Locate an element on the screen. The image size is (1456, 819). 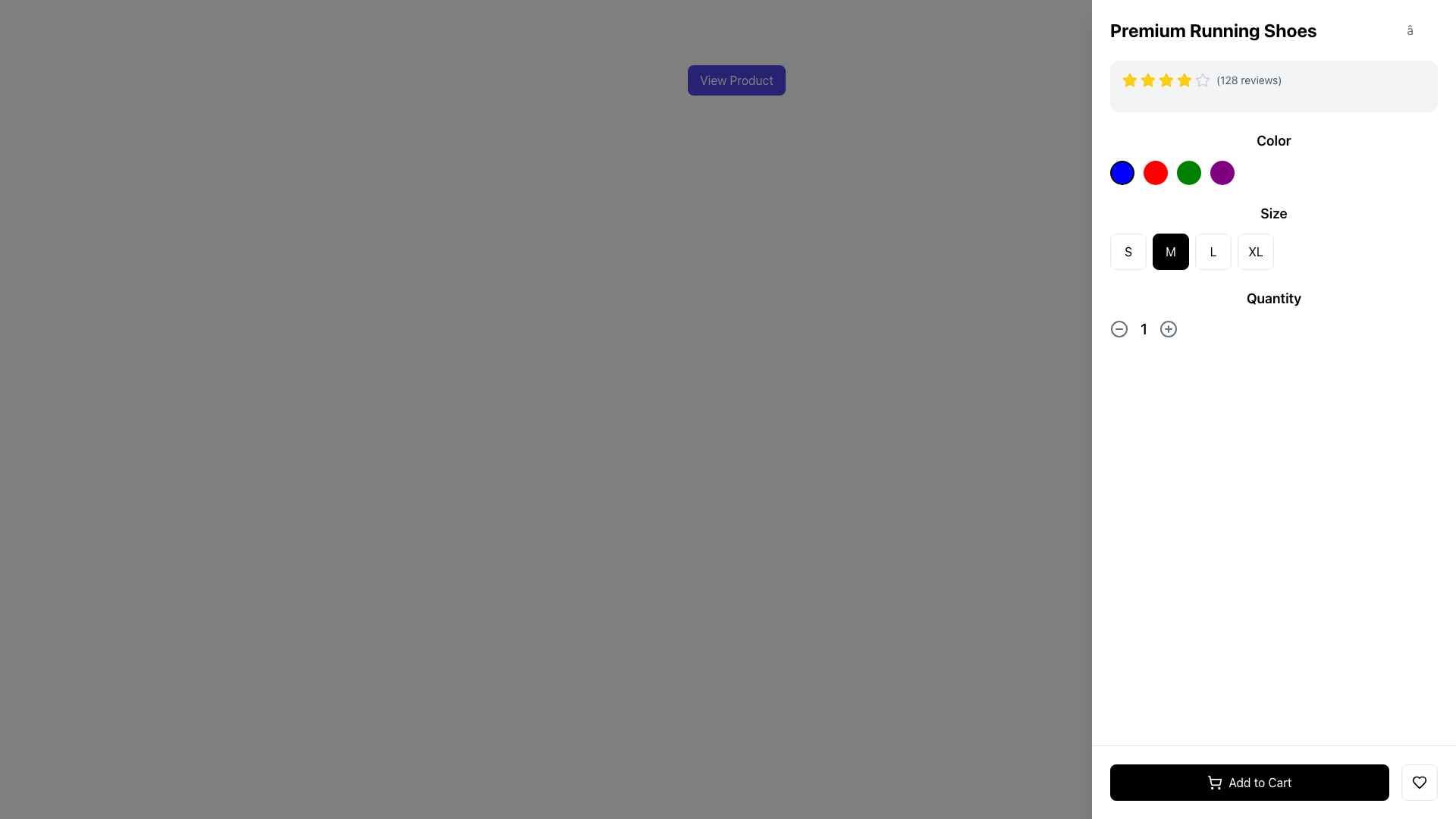
the second star-shaped icon with a yellow fill and a black border is located at coordinates (1164, 79).